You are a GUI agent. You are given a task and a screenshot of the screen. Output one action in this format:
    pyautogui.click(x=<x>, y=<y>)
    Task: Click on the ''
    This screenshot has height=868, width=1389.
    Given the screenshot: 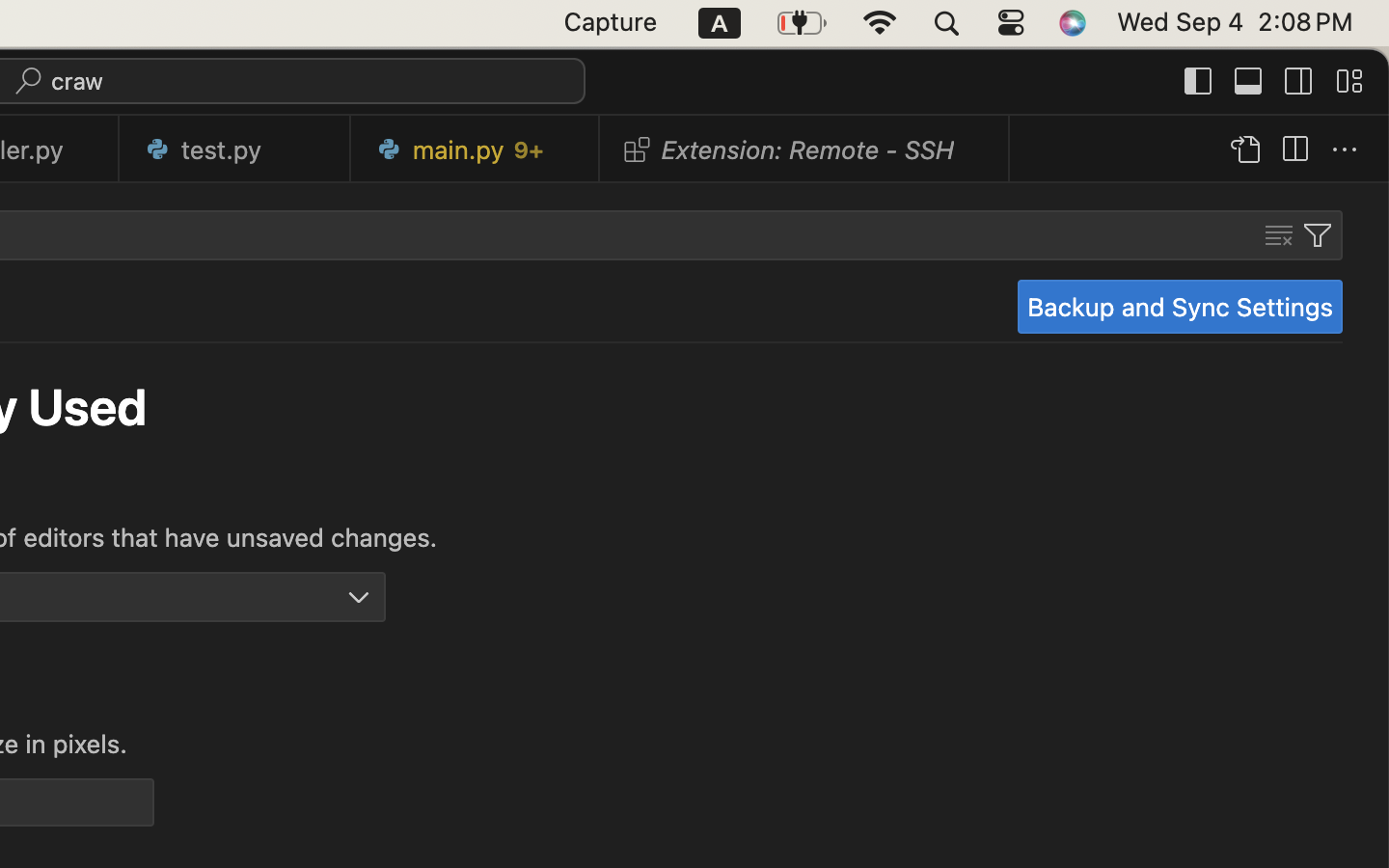 What is the action you would take?
    pyautogui.click(x=1198, y=79)
    